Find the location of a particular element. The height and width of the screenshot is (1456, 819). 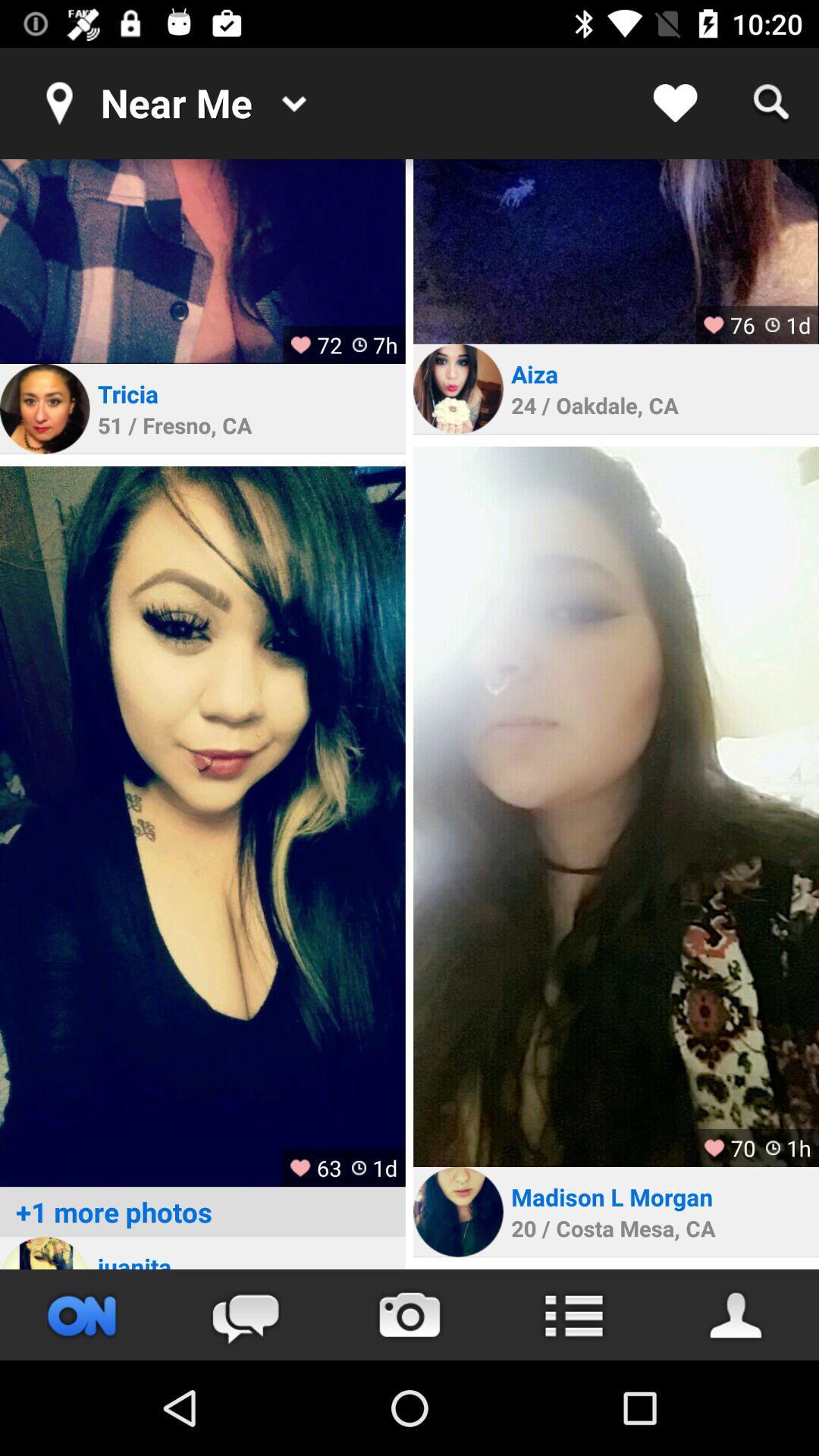

open profile is located at coordinates (616, 251).